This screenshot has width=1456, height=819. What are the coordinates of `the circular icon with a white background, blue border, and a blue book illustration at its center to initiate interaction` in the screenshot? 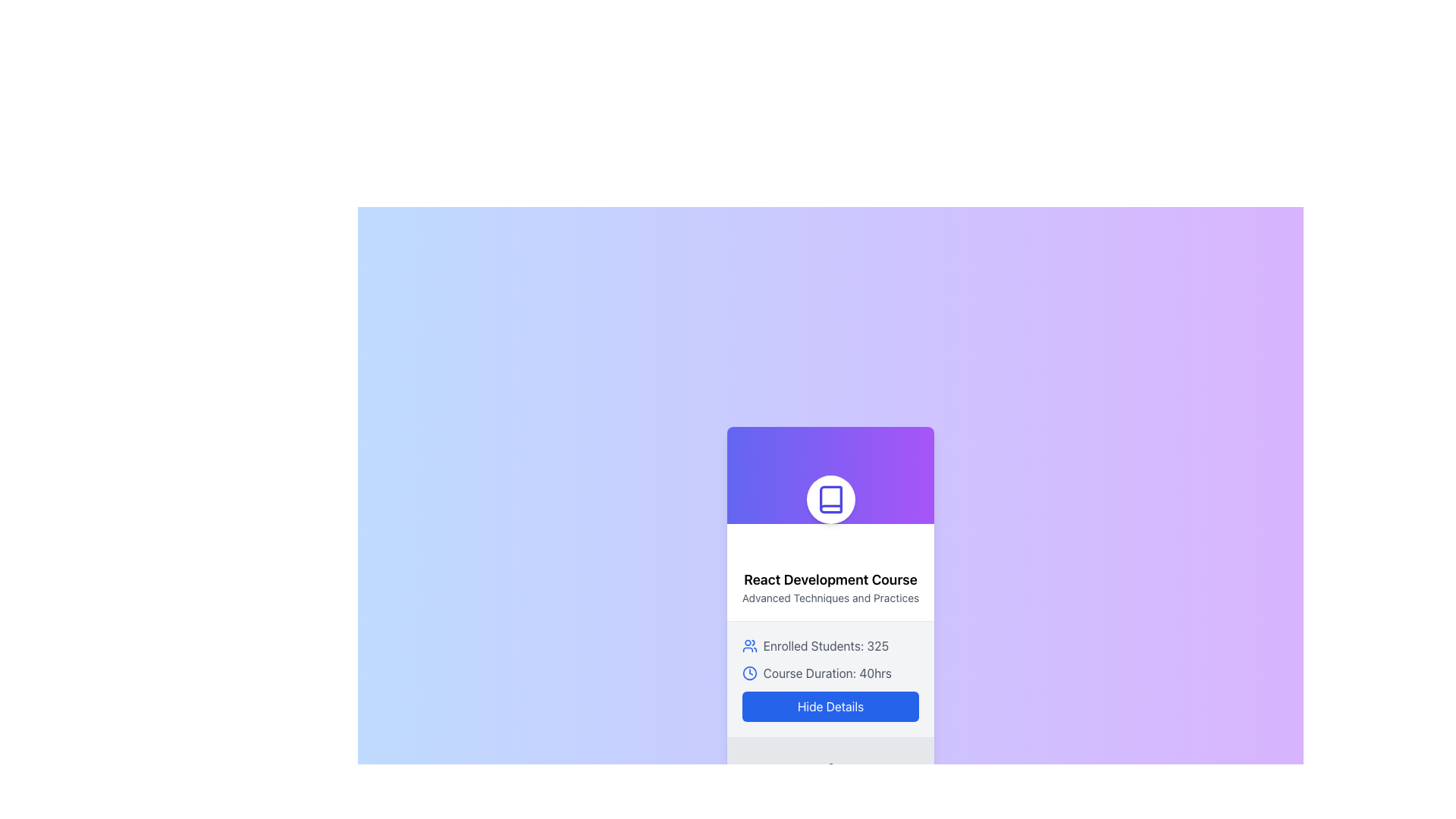 It's located at (830, 500).